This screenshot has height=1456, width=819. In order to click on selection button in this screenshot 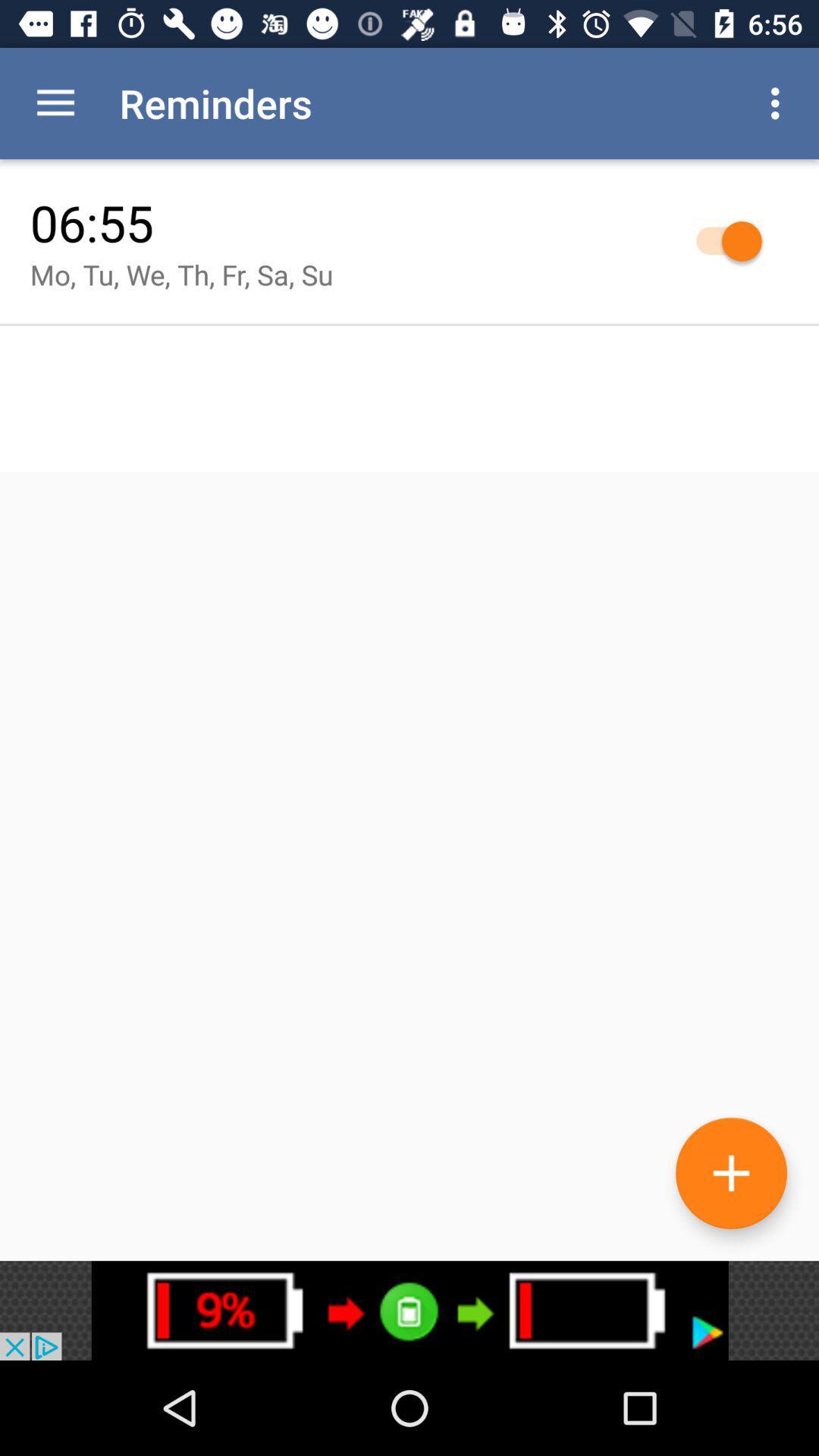, I will do `click(720, 240)`.